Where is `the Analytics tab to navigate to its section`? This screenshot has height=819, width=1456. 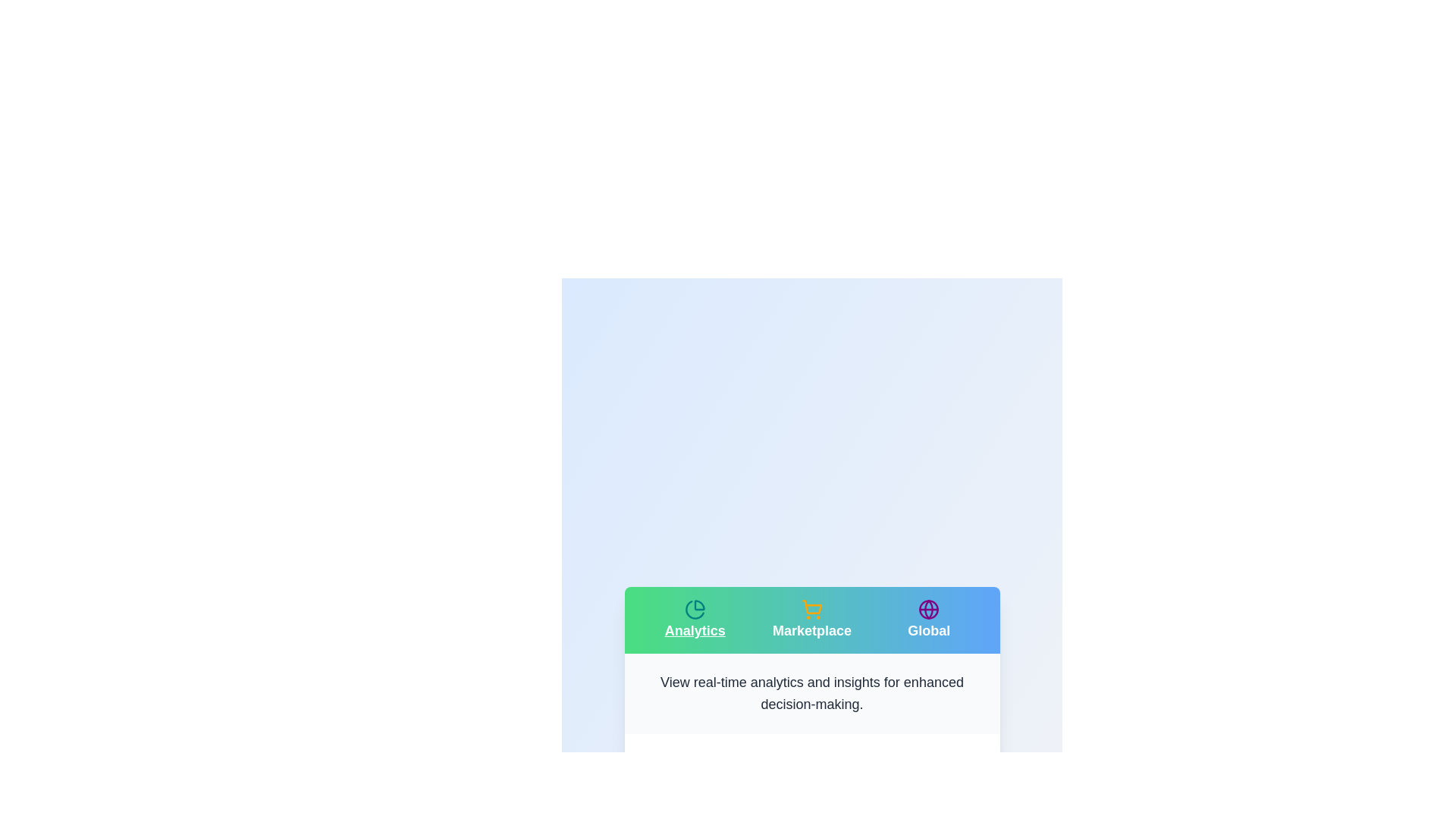 the Analytics tab to navigate to its section is located at coordinates (694, 620).